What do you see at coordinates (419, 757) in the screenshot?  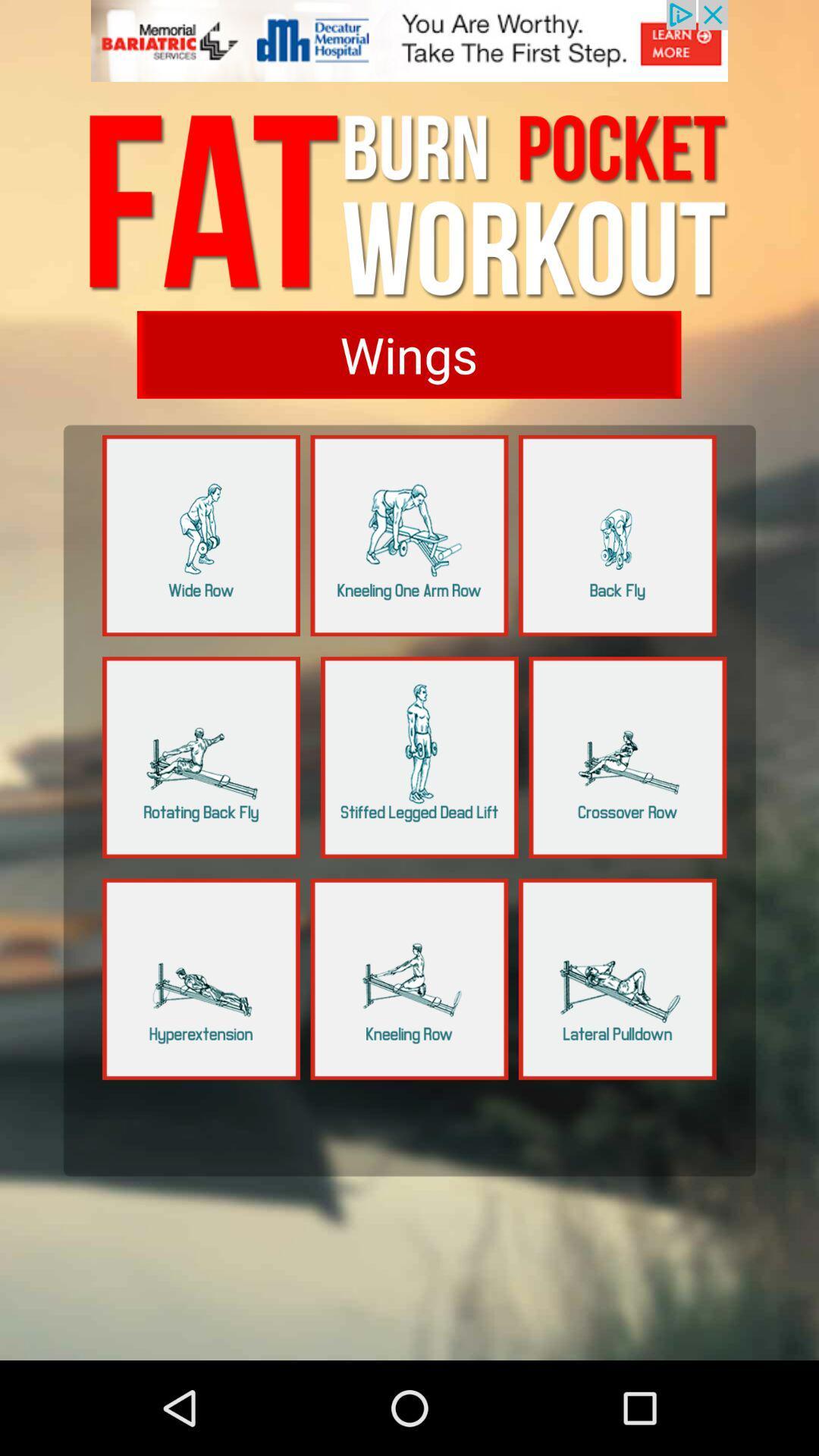 I see `content picture` at bounding box center [419, 757].